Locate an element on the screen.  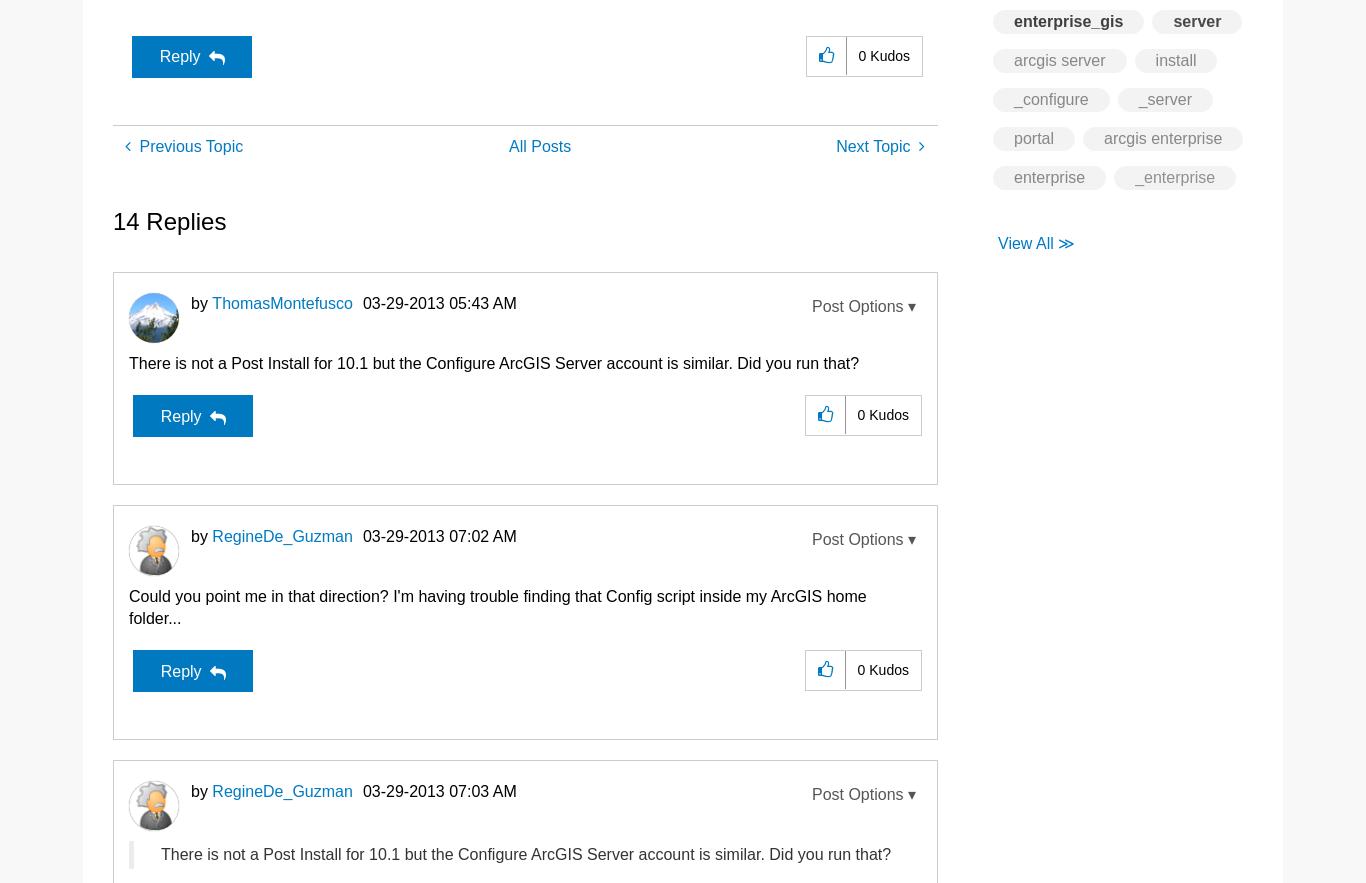
'All Posts' is located at coordinates (539, 145).